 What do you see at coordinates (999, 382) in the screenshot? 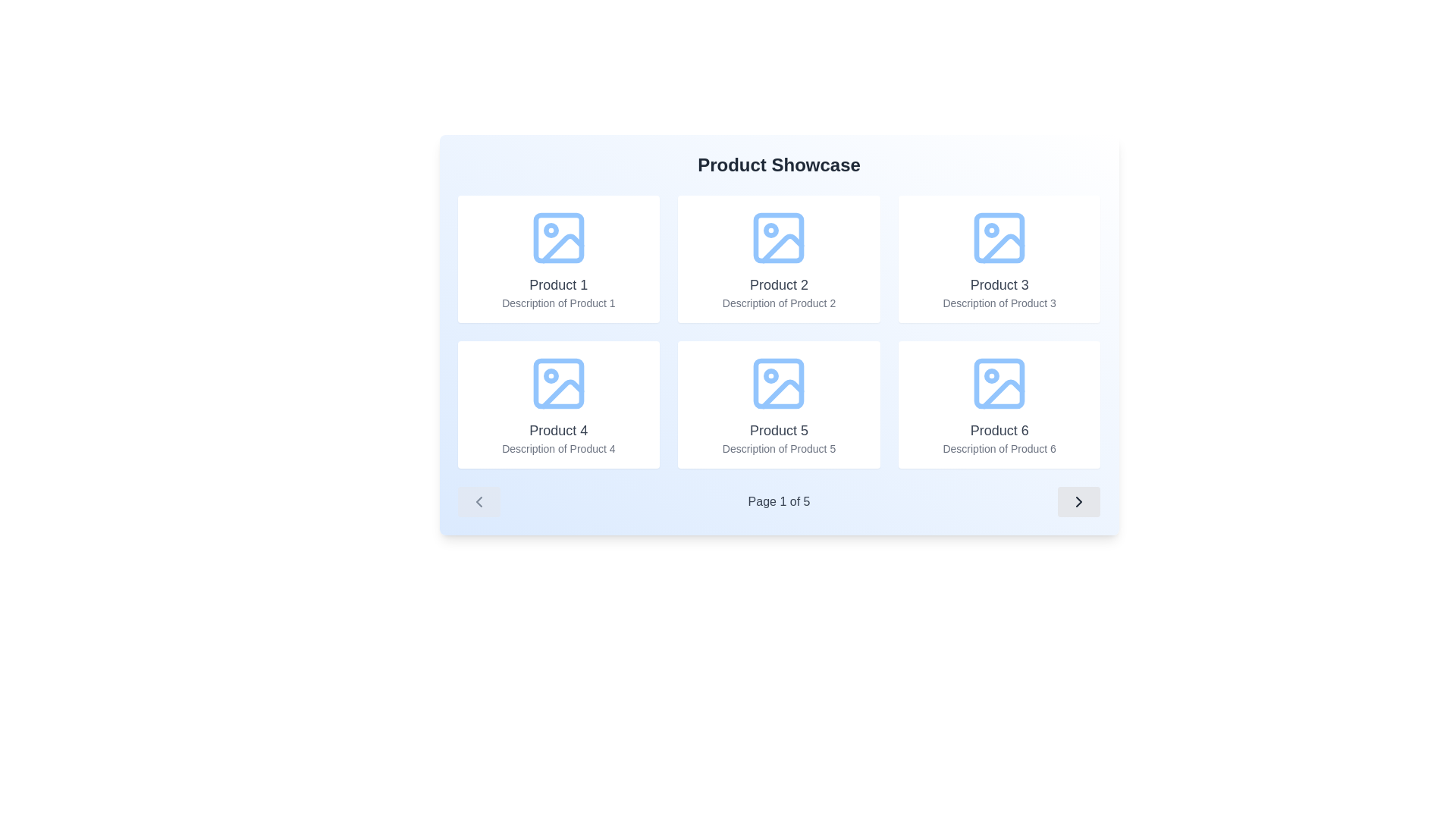
I see `the Decorative SVG element, which is a rectangular shape with rounded corners and a light blue outline, part of the picture icon for 'Product 6'` at bounding box center [999, 382].